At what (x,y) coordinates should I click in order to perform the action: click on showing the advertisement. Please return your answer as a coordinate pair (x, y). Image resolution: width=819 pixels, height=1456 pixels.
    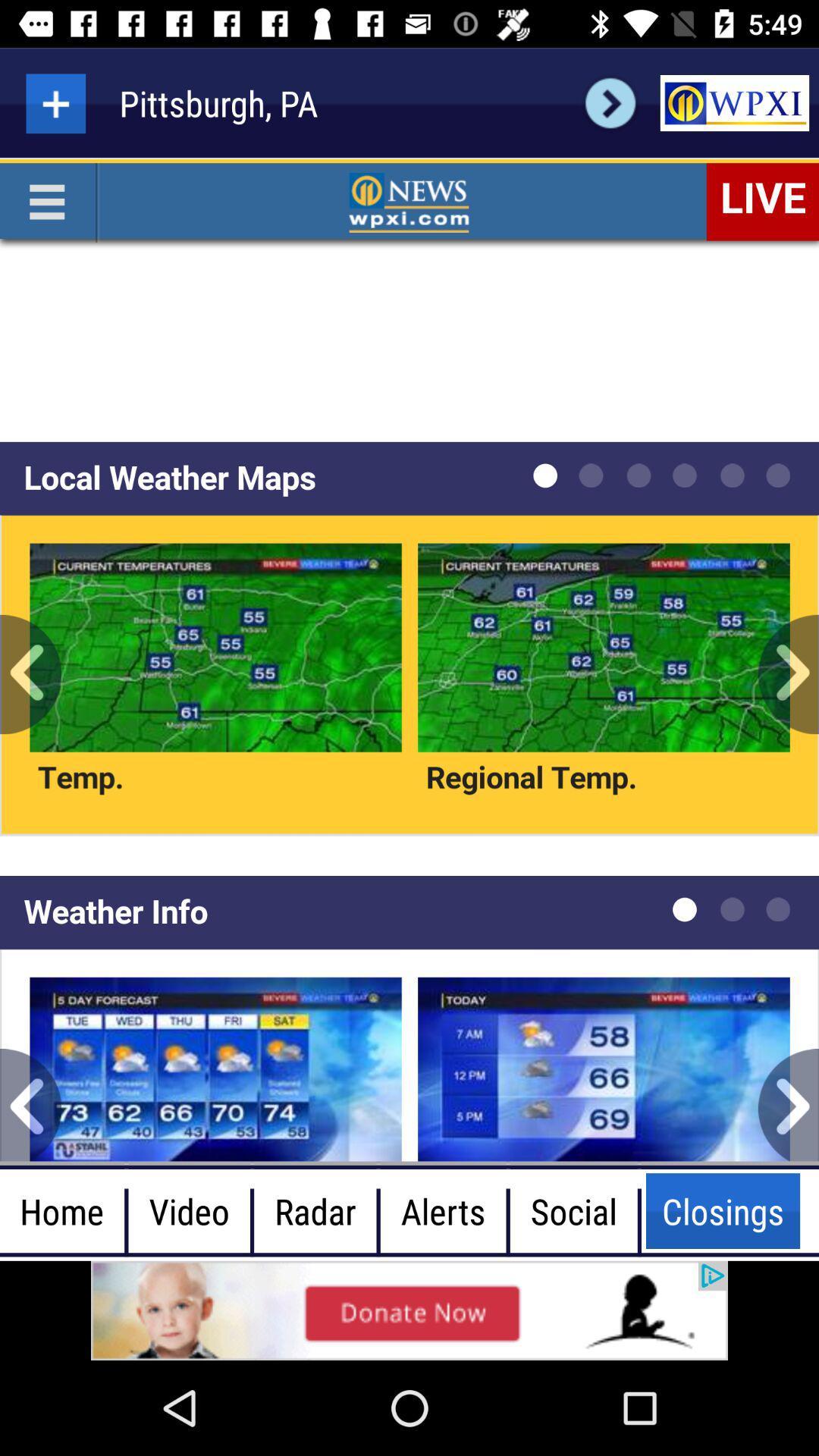
    Looking at the image, I should click on (409, 1310).